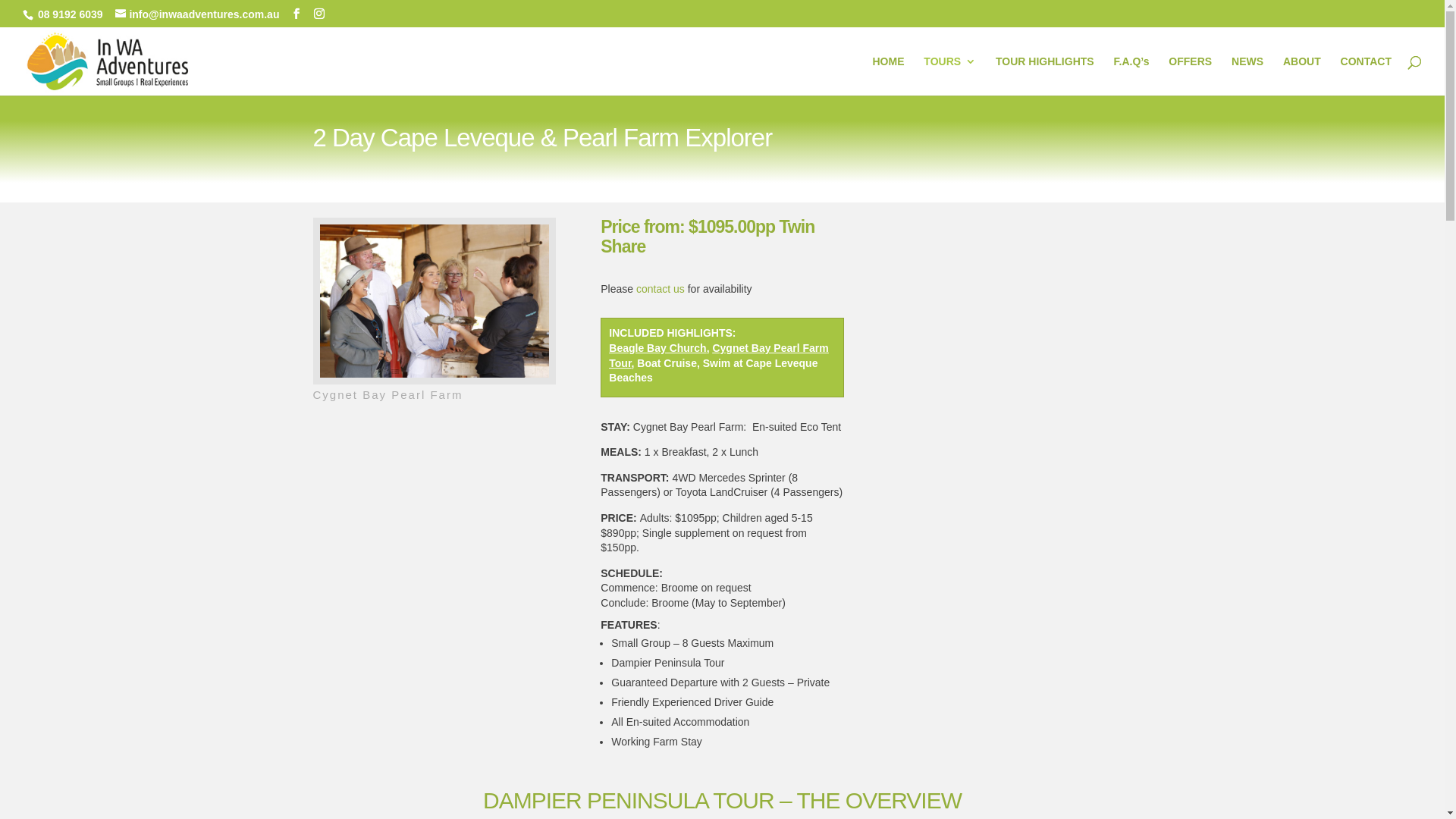  What do you see at coordinates (1282, 76) in the screenshot?
I see `'ABOUT'` at bounding box center [1282, 76].